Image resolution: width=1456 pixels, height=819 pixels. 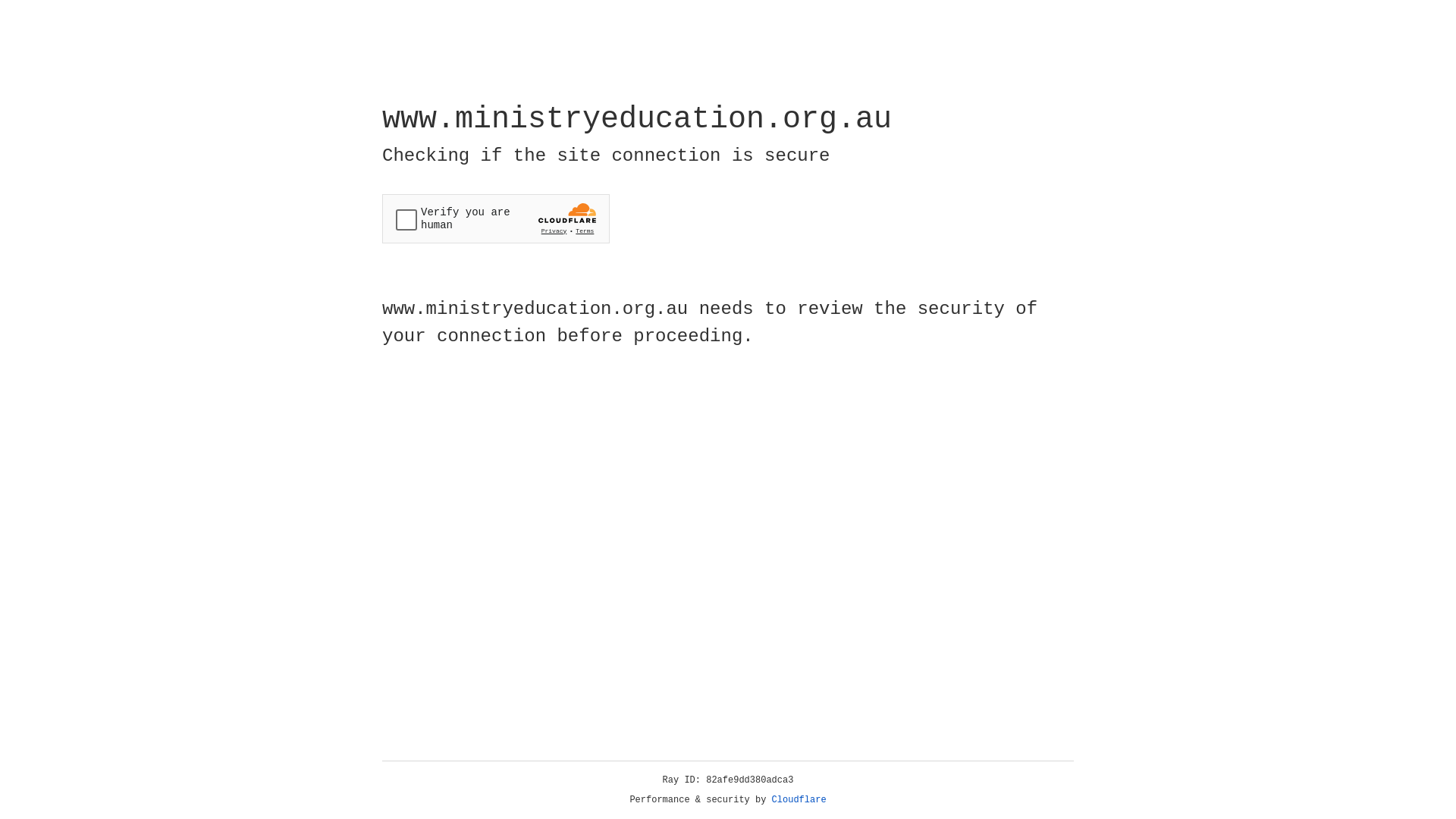 I want to click on 'Widget containing a Cloudflare security challenge', so click(x=495, y=218).